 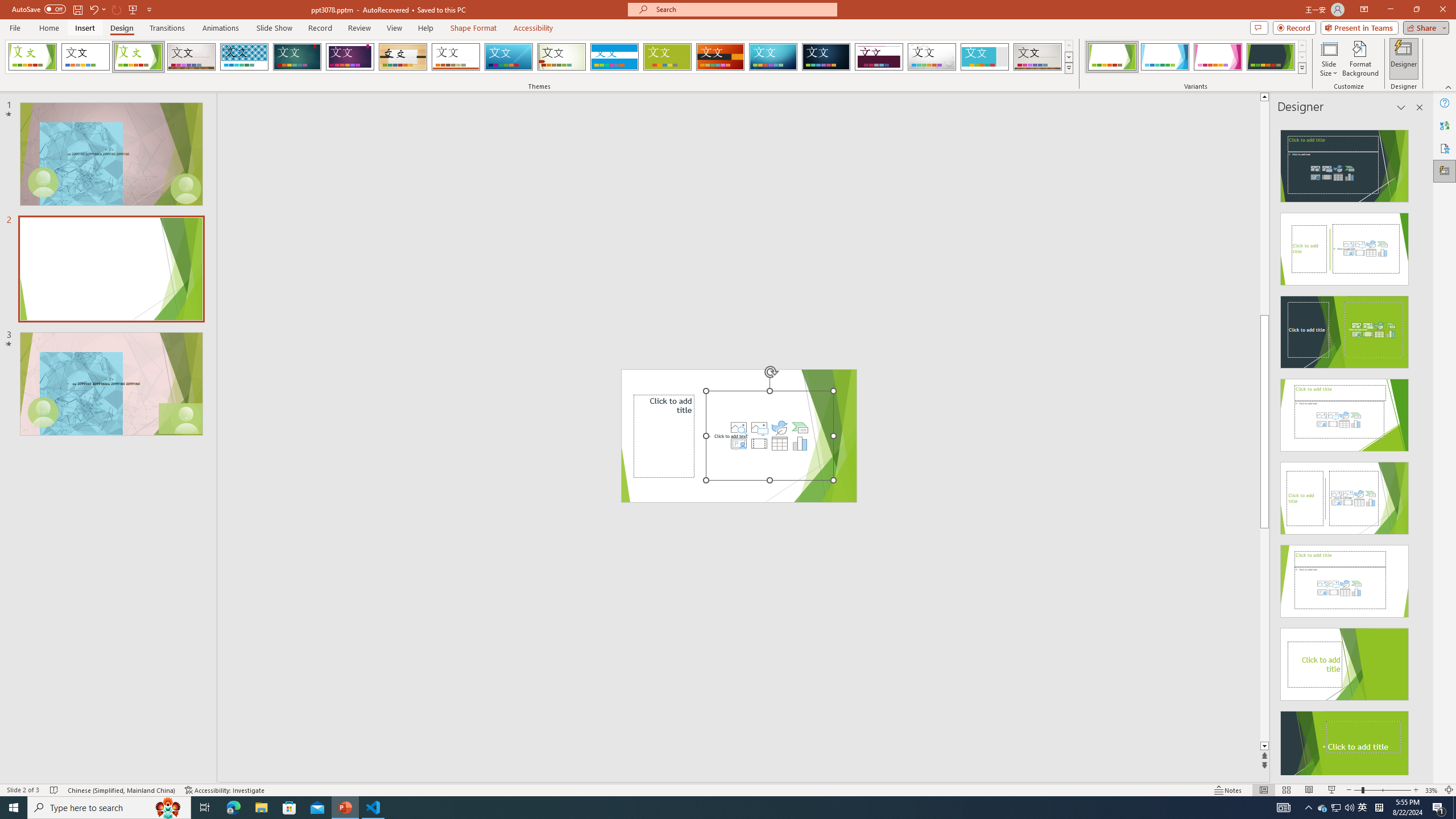 What do you see at coordinates (85, 56) in the screenshot?
I see `'Office Theme'` at bounding box center [85, 56].